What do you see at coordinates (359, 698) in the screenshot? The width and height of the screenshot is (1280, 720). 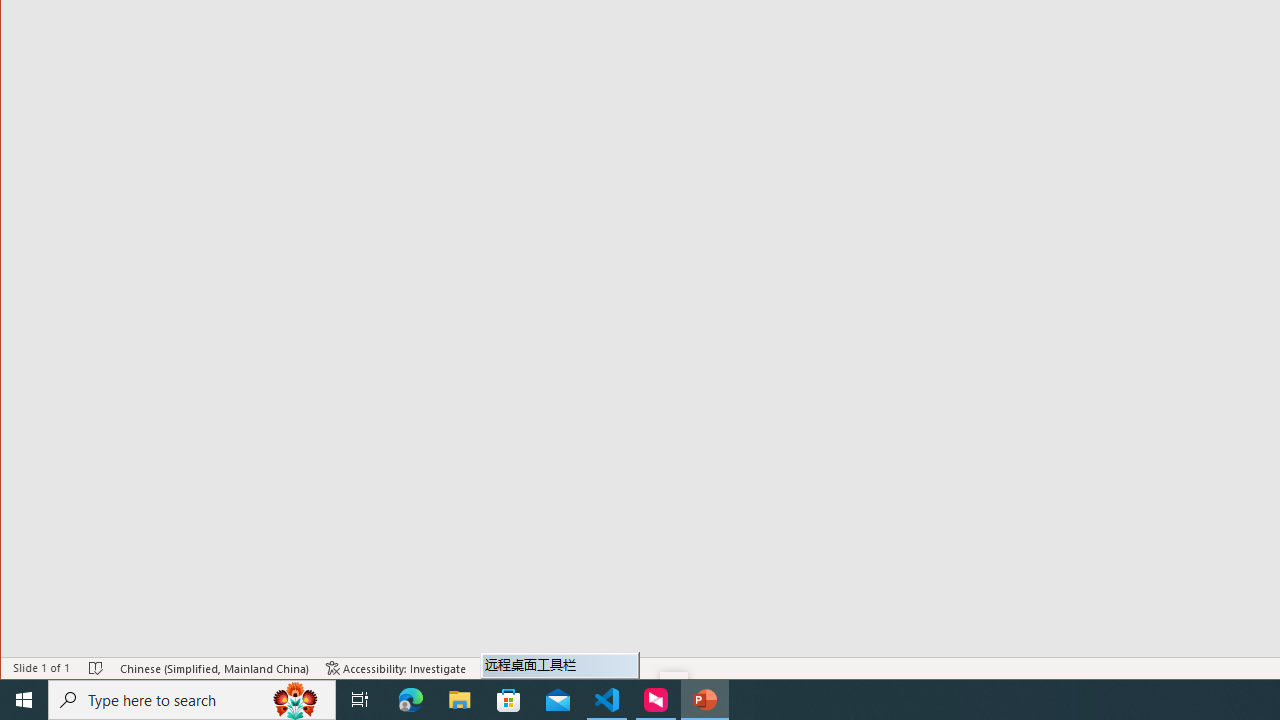 I see `'Task View'` at bounding box center [359, 698].